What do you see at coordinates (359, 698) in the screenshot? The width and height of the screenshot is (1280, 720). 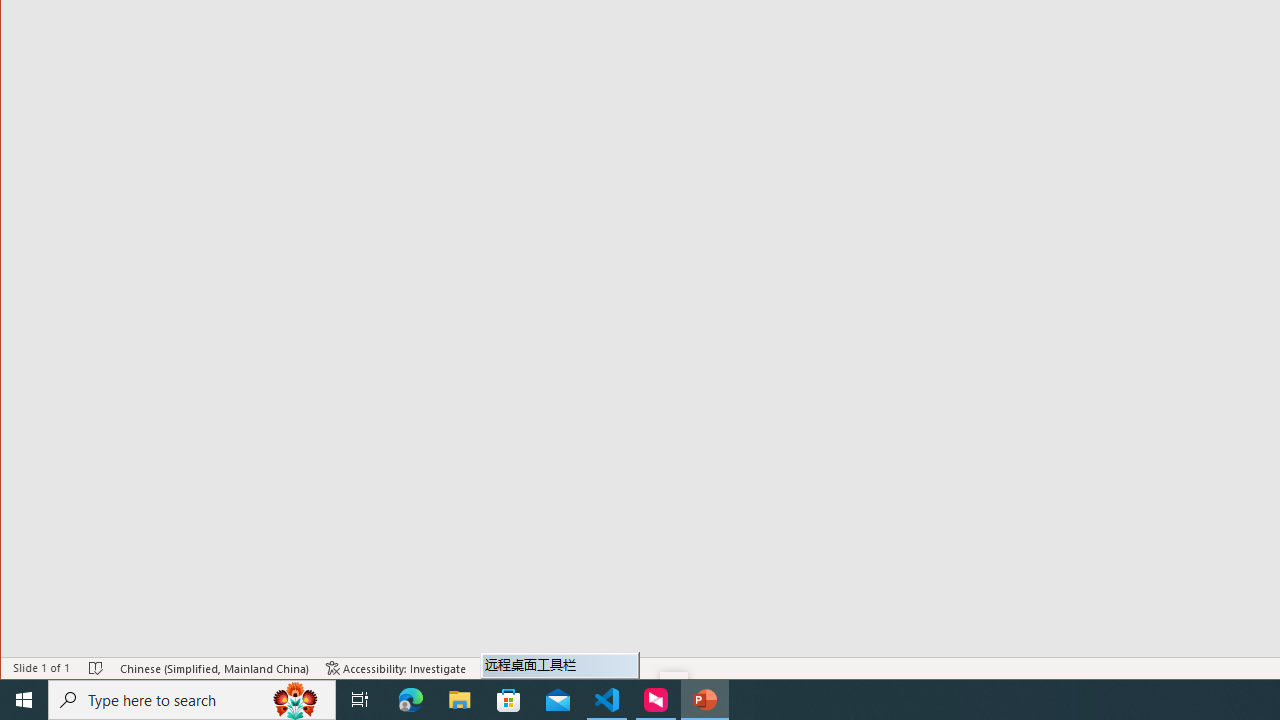 I see `'Task View'` at bounding box center [359, 698].